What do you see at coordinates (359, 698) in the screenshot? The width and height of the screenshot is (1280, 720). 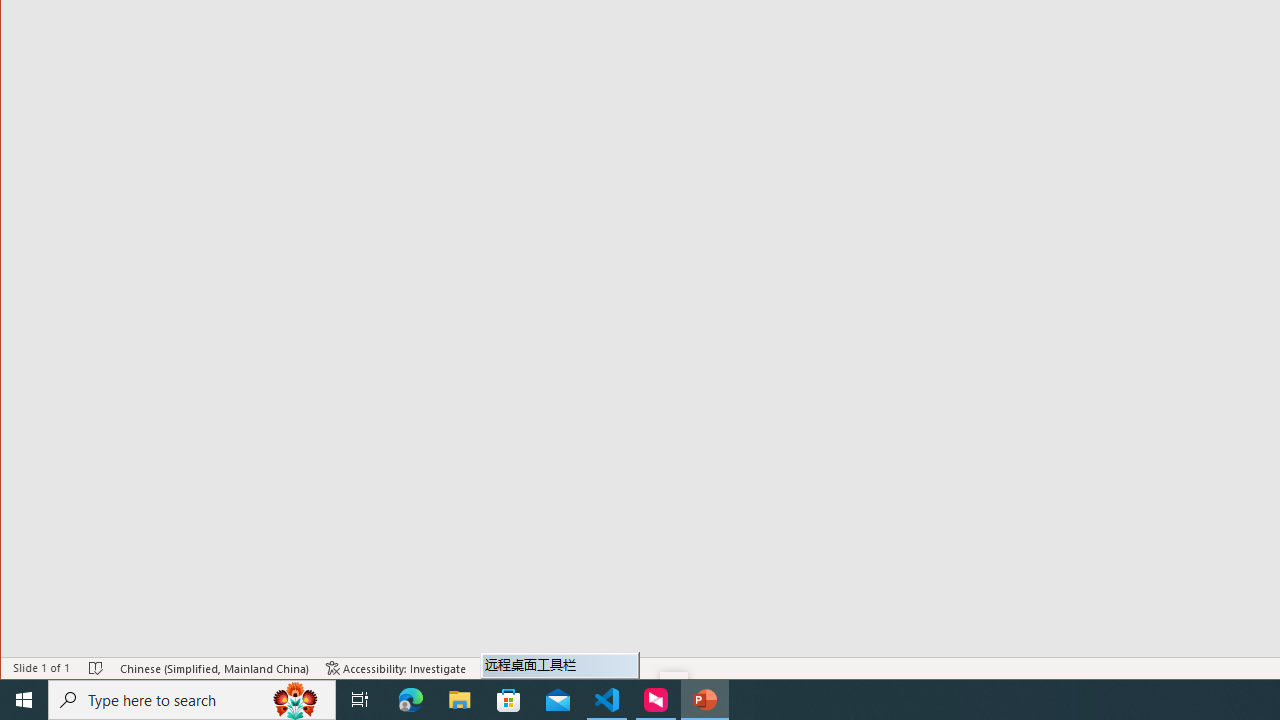 I see `'Task View'` at bounding box center [359, 698].